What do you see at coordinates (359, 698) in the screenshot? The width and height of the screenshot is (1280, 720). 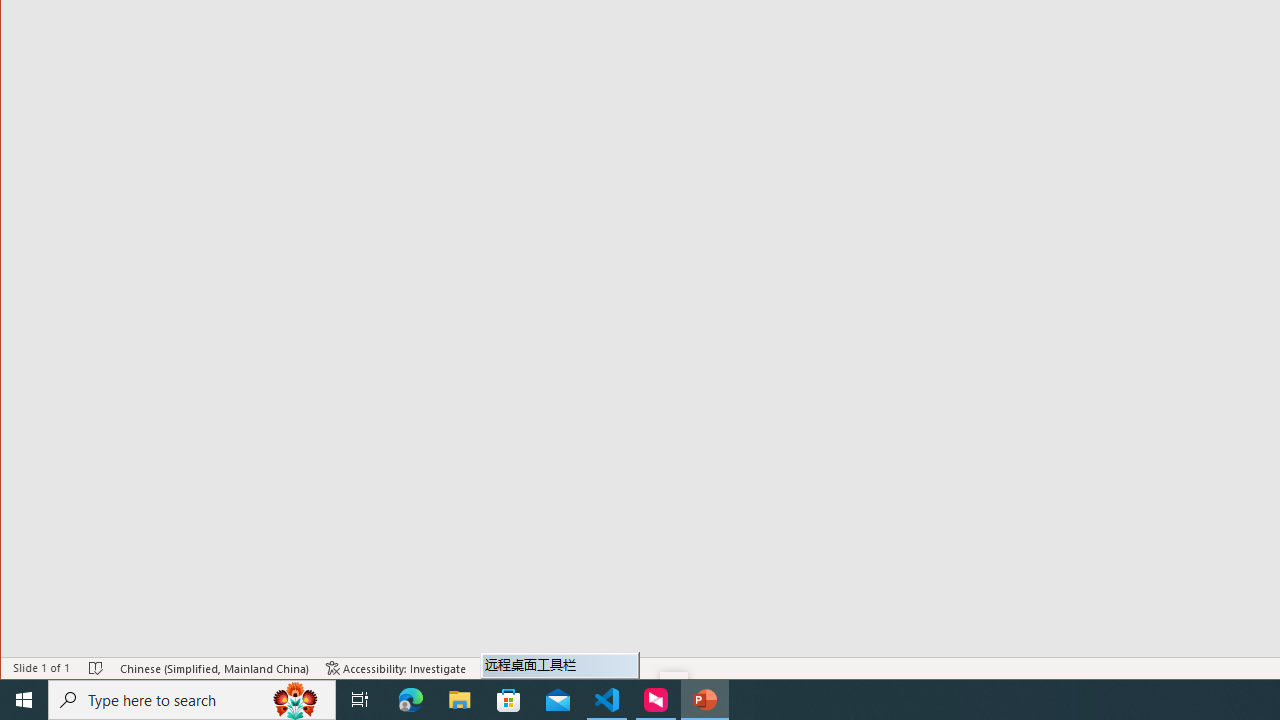 I see `'Task View'` at bounding box center [359, 698].